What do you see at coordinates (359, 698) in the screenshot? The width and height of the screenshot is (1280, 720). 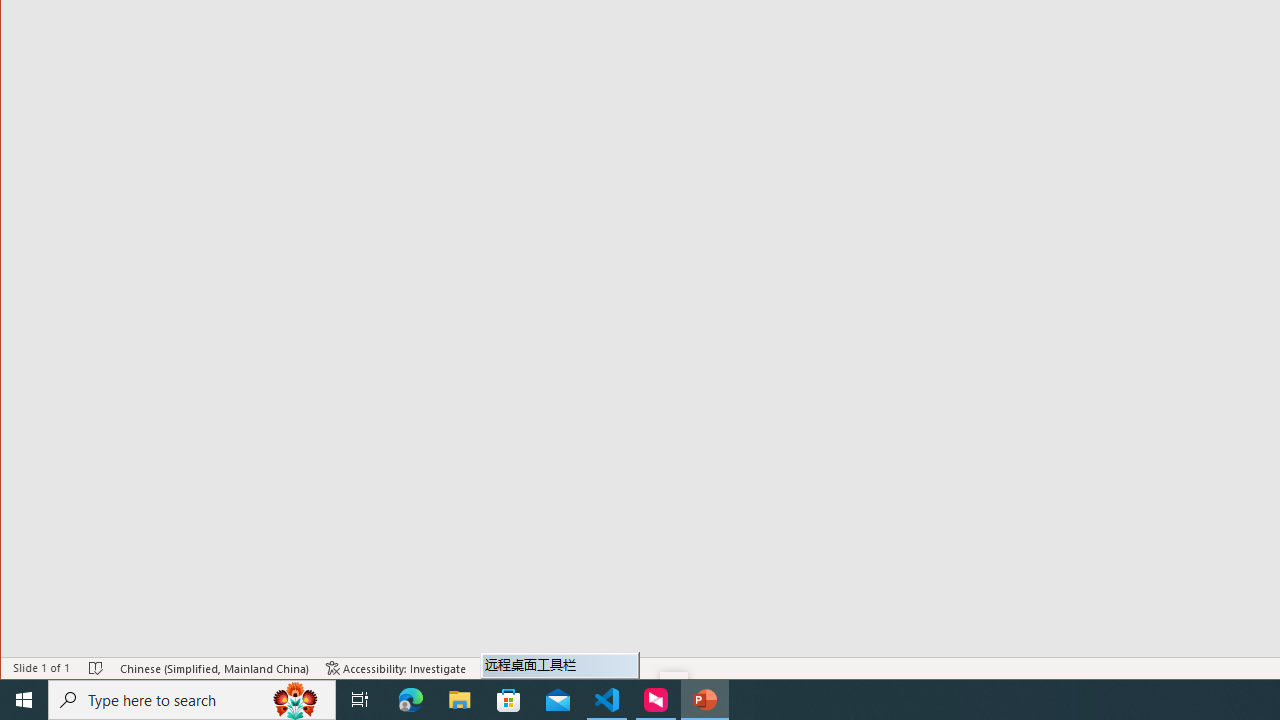 I see `'Task View'` at bounding box center [359, 698].